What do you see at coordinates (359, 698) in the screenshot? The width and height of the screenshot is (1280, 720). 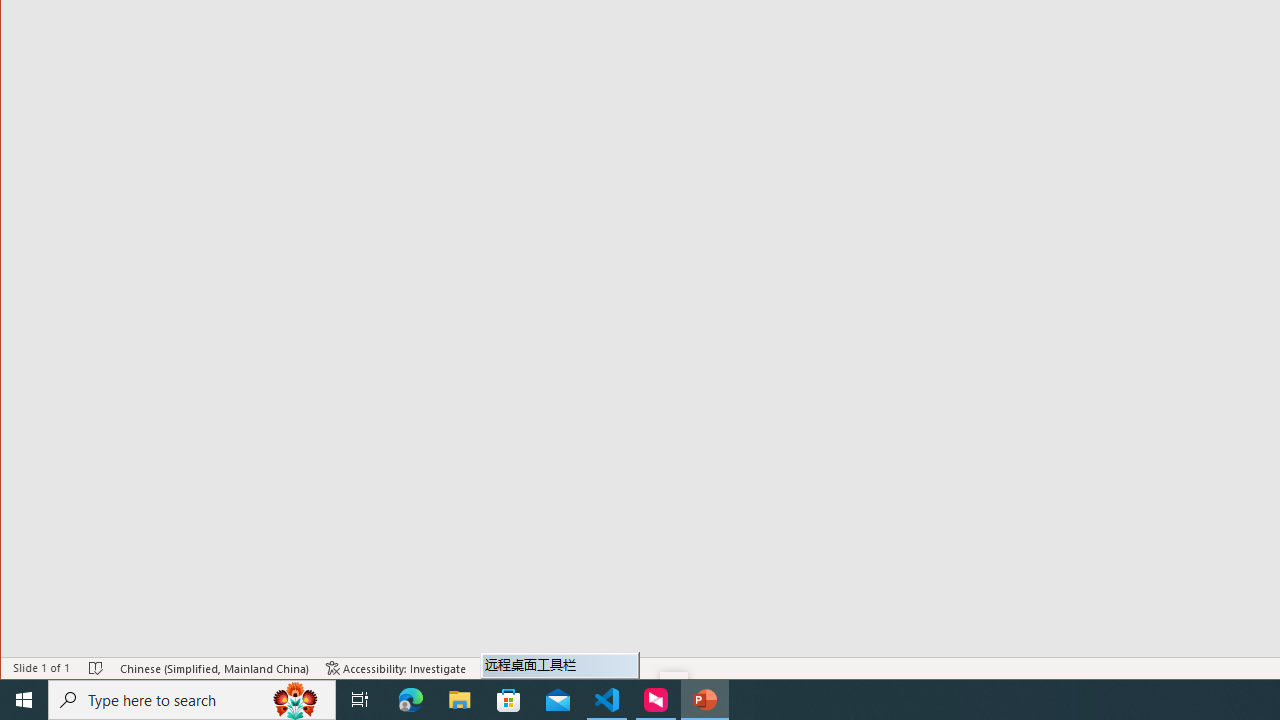 I see `'Task View'` at bounding box center [359, 698].